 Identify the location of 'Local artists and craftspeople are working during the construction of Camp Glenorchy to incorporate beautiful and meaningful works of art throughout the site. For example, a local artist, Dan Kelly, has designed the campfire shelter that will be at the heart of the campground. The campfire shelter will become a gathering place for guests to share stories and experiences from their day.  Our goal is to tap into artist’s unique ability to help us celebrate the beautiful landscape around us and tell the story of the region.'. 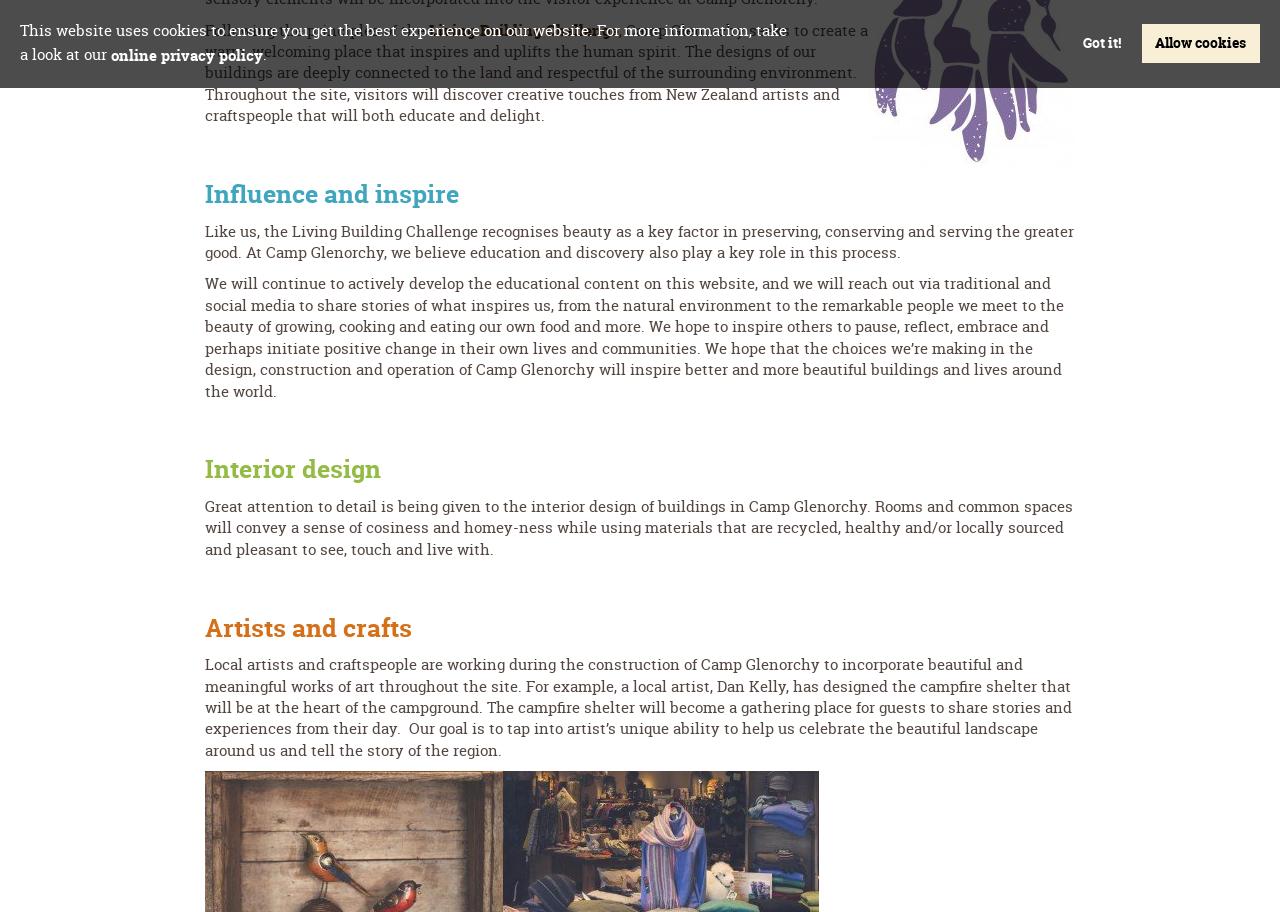
(637, 706).